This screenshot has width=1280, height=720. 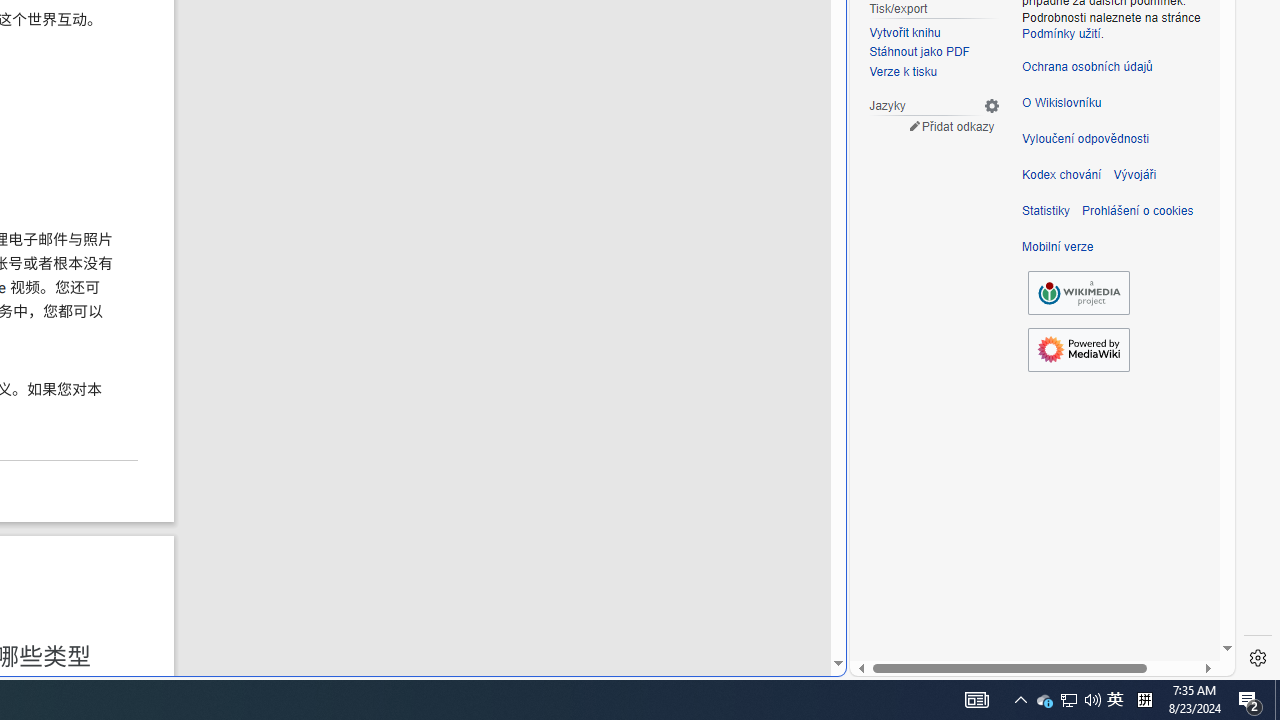 What do you see at coordinates (934, 71) in the screenshot?
I see `'Verze k tisku'` at bounding box center [934, 71].